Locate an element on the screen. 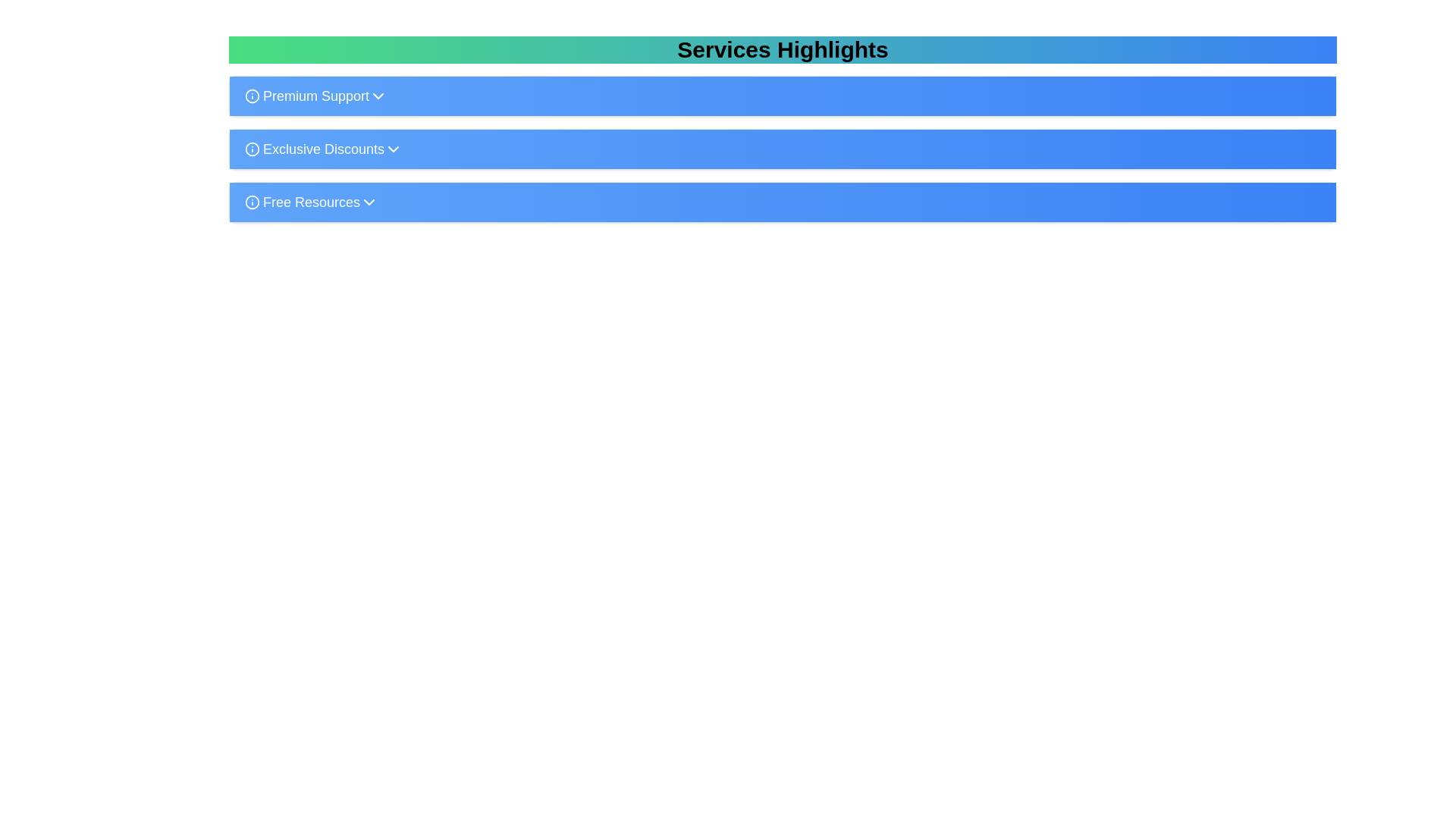 The height and width of the screenshot is (819, 1456). the 'Free Resources' text label located within the 'Services Highlights' section, which is the third item in the vertical stack is located at coordinates (302, 201).